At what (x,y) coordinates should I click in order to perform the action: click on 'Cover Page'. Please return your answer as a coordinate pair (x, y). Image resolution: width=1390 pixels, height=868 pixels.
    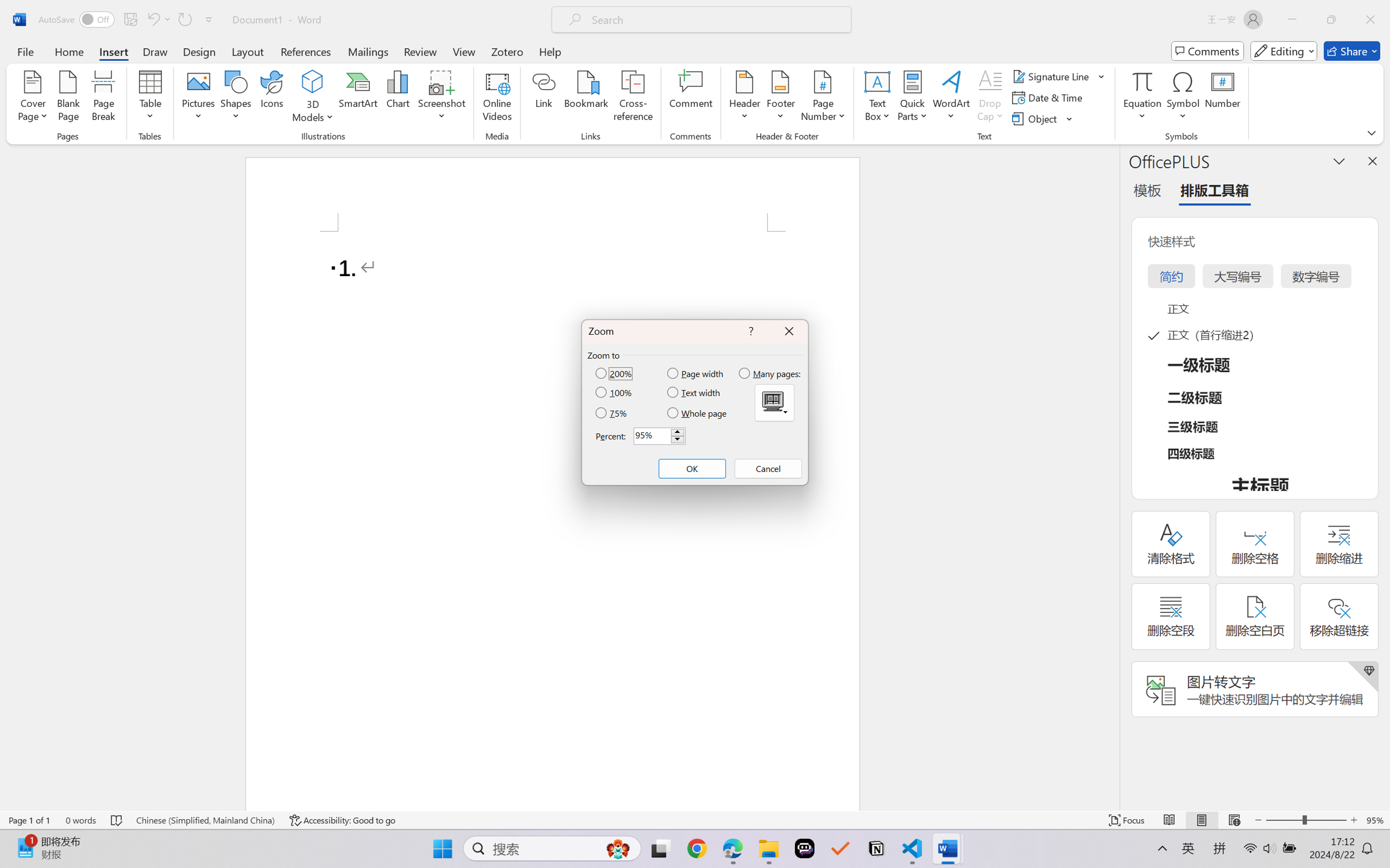
    Looking at the image, I should click on (33, 98).